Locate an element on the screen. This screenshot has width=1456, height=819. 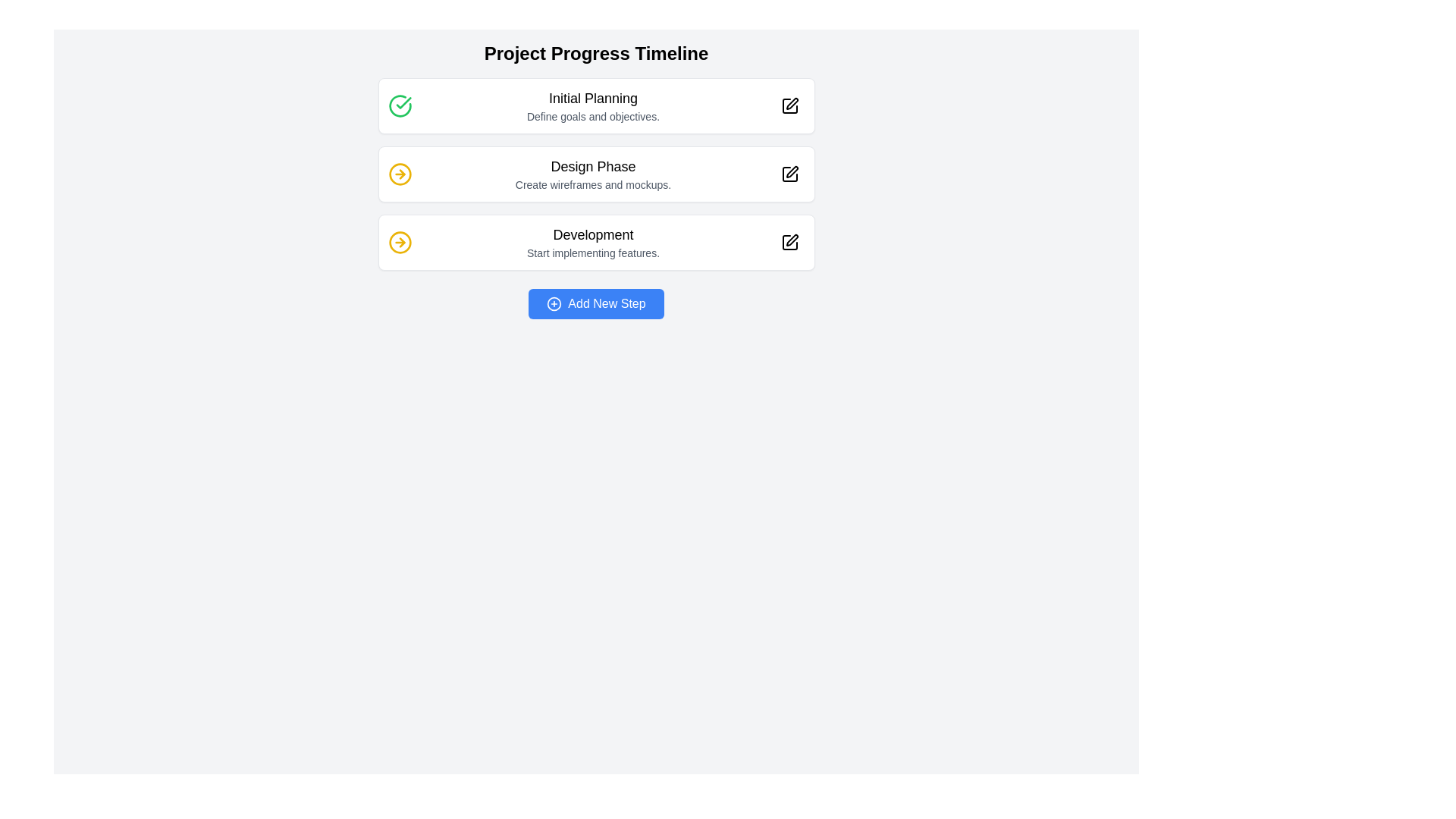
the icon button located on the far-right of the 'Design Phase' entry in the 'Project Progress Timeline' list is located at coordinates (789, 174).